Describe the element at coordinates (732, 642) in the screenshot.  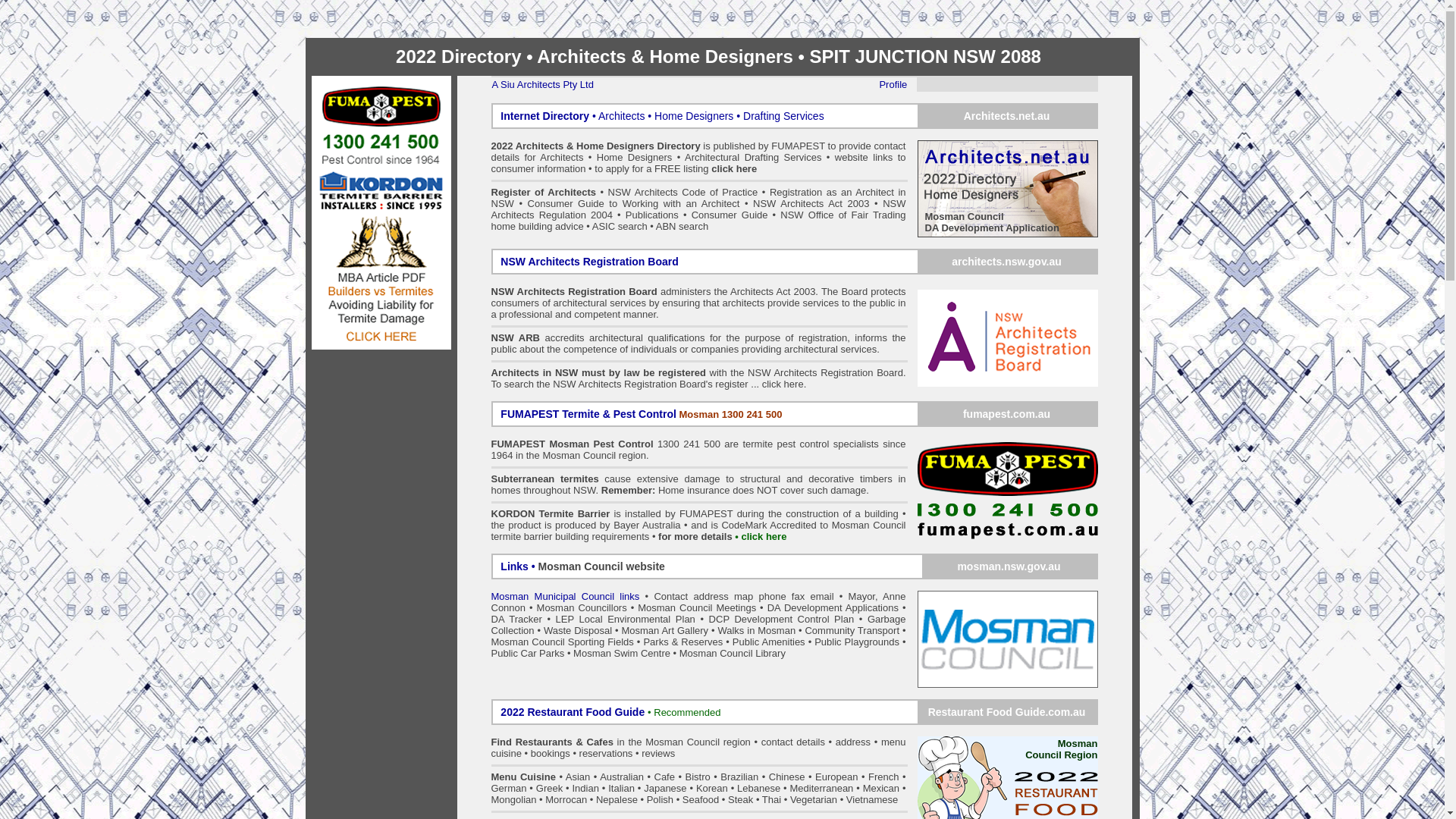
I see `'Public Amenities'` at that location.